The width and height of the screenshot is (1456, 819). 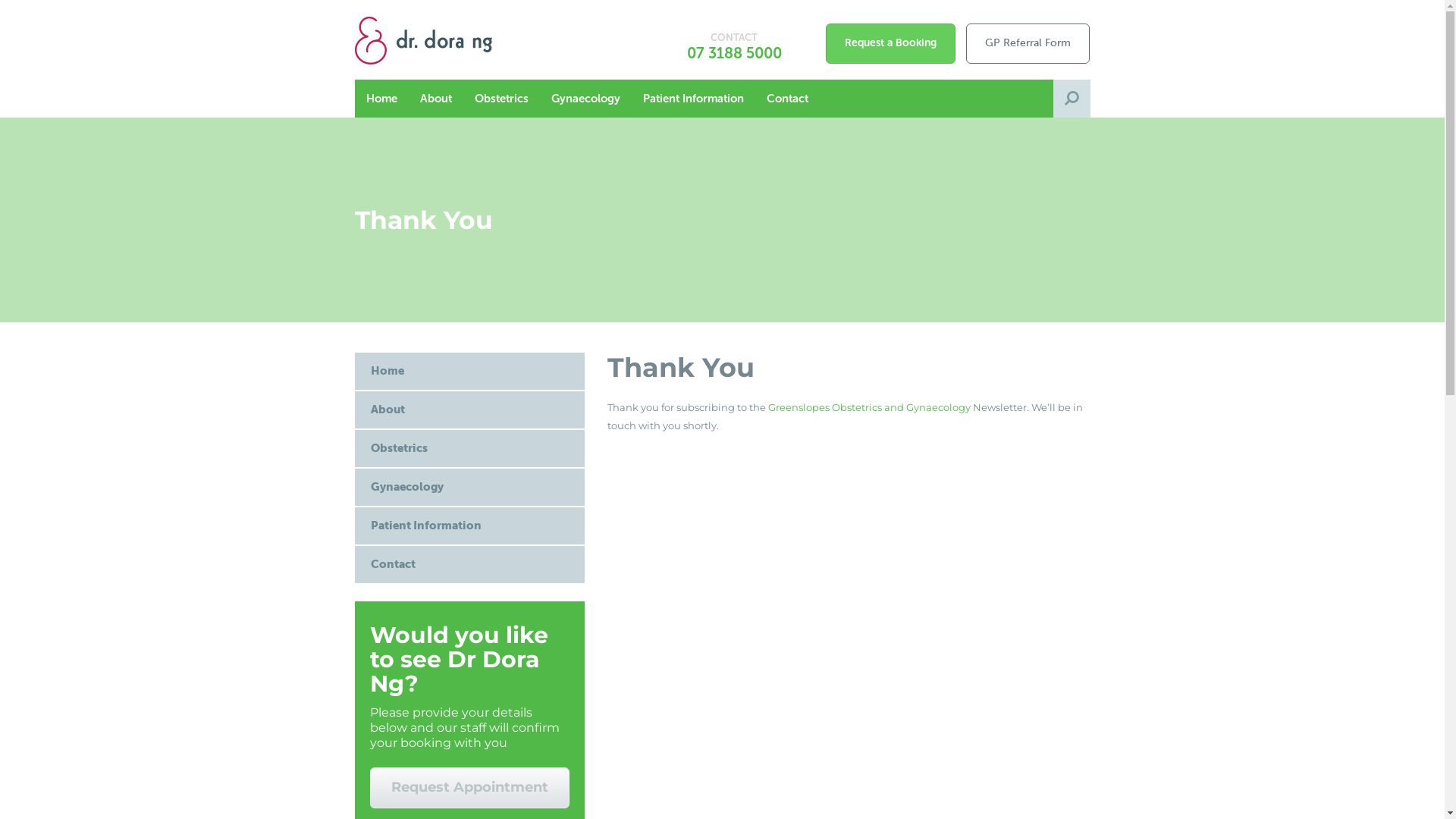 I want to click on 'Greenslopes Obstetrics and Gynaecology', so click(x=869, y=406).